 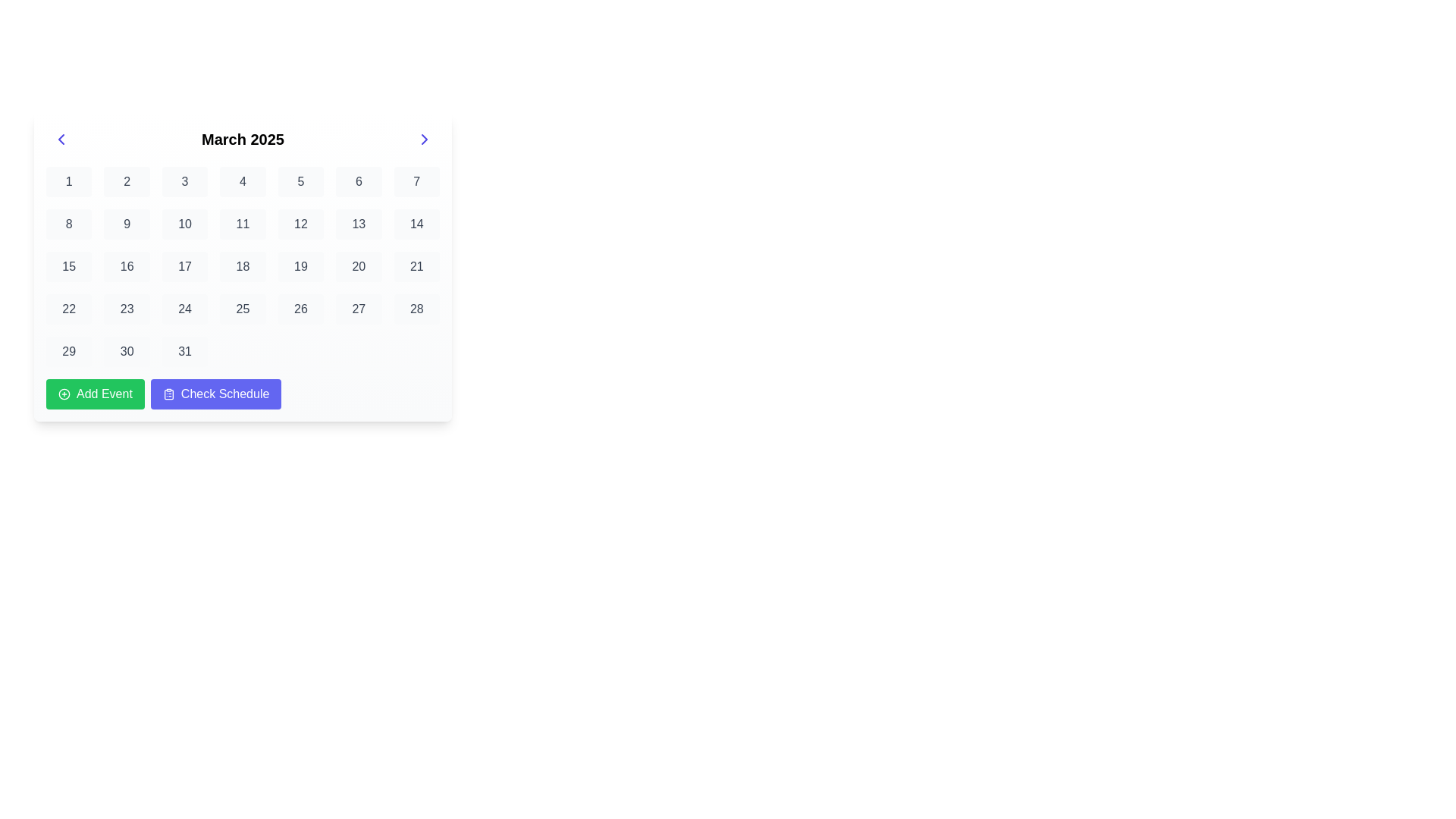 I want to click on the button-like text display labeled '24' in the calendar grid, so click(x=184, y=309).